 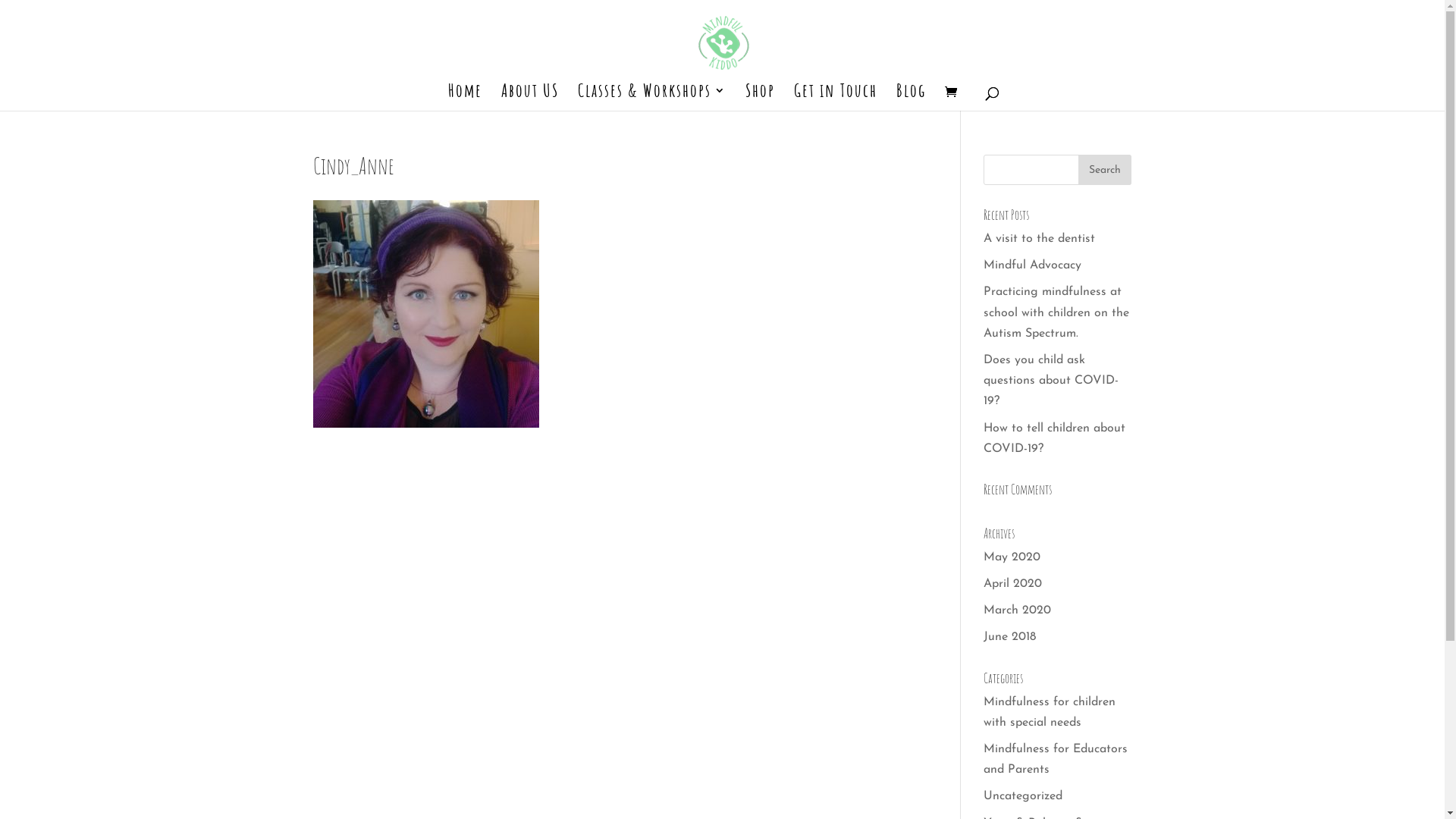 I want to click on 'Search', so click(x=1105, y=169).